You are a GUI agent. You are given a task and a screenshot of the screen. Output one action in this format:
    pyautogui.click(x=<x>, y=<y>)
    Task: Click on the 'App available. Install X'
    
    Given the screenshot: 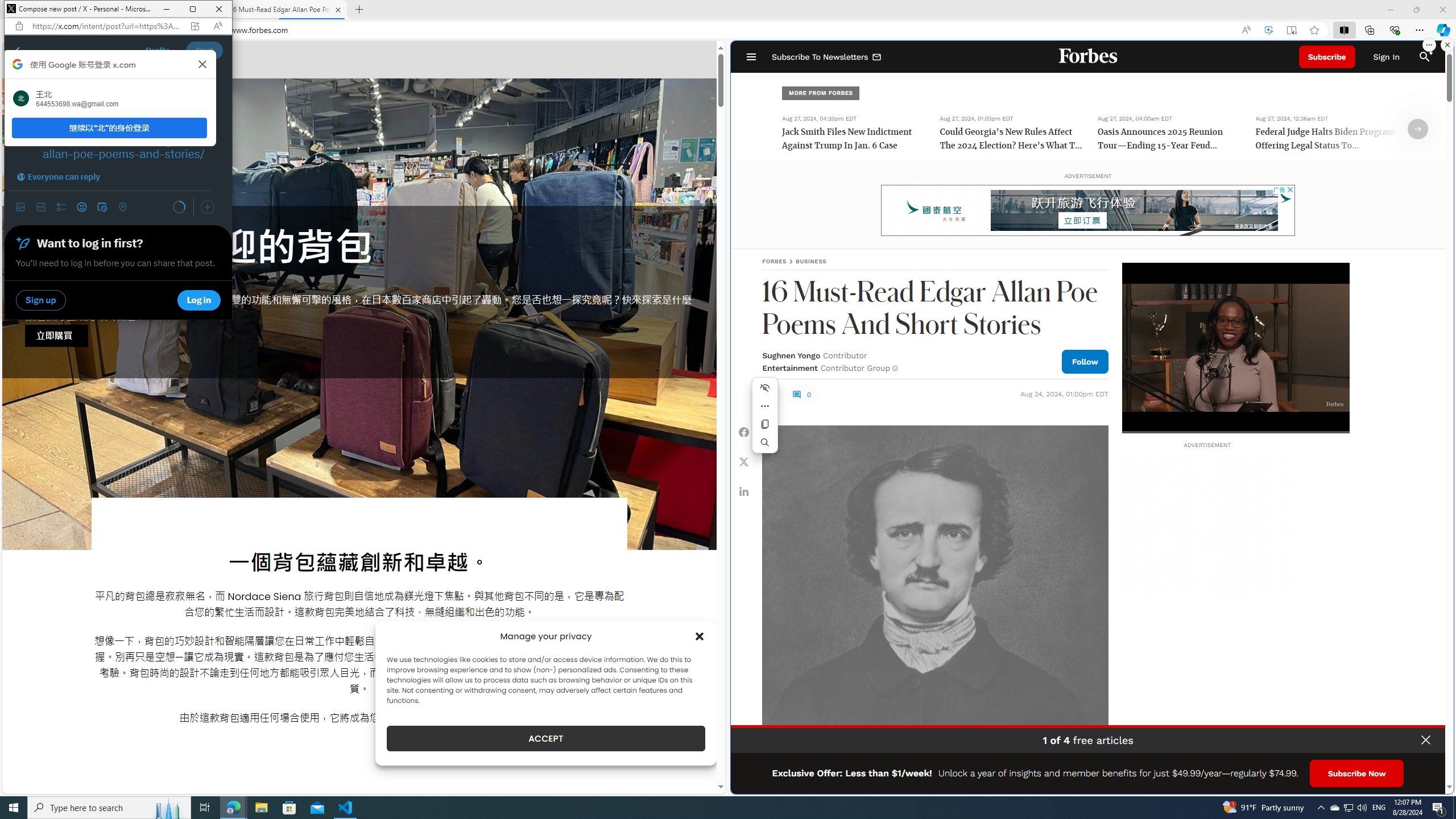 What is the action you would take?
    pyautogui.click(x=195, y=26)
    